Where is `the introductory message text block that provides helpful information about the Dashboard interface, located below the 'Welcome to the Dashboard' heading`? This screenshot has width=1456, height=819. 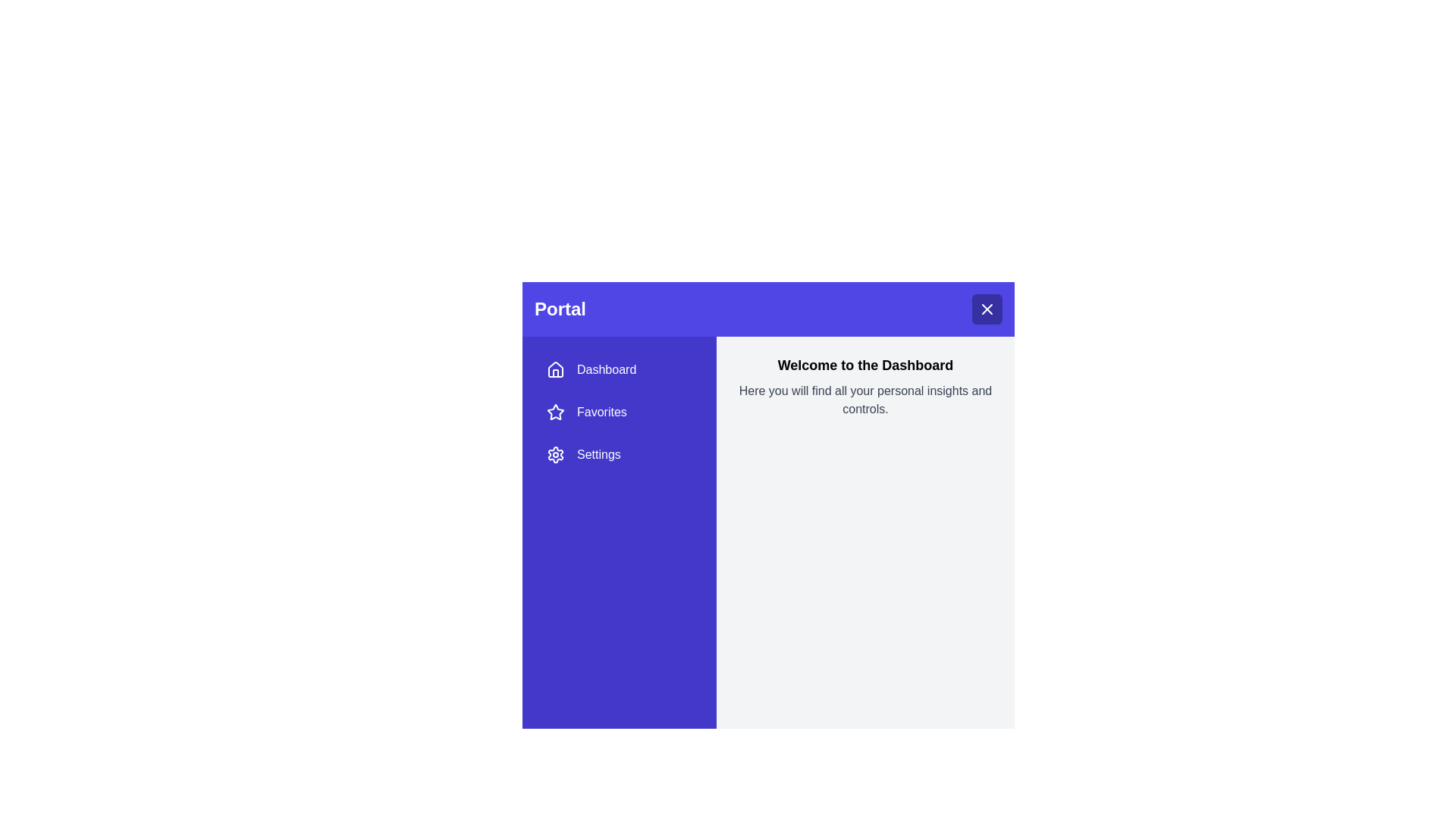
the introductory message text block that provides helpful information about the Dashboard interface, located below the 'Welcome to the Dashboard' heading is located at coordinates (865, 400).